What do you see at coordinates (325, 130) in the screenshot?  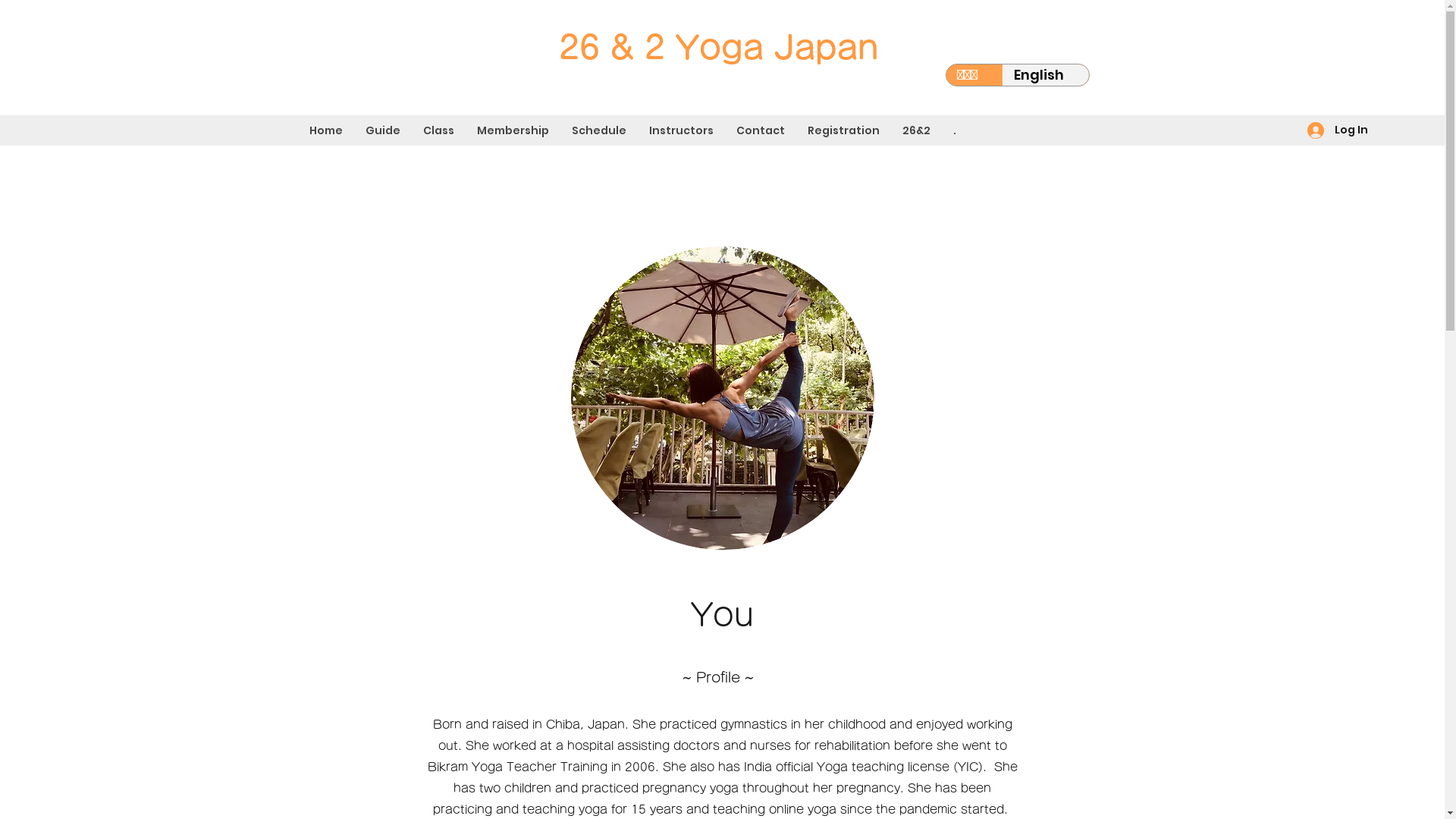 I see `'Home'` at bounding box center [325, 130].